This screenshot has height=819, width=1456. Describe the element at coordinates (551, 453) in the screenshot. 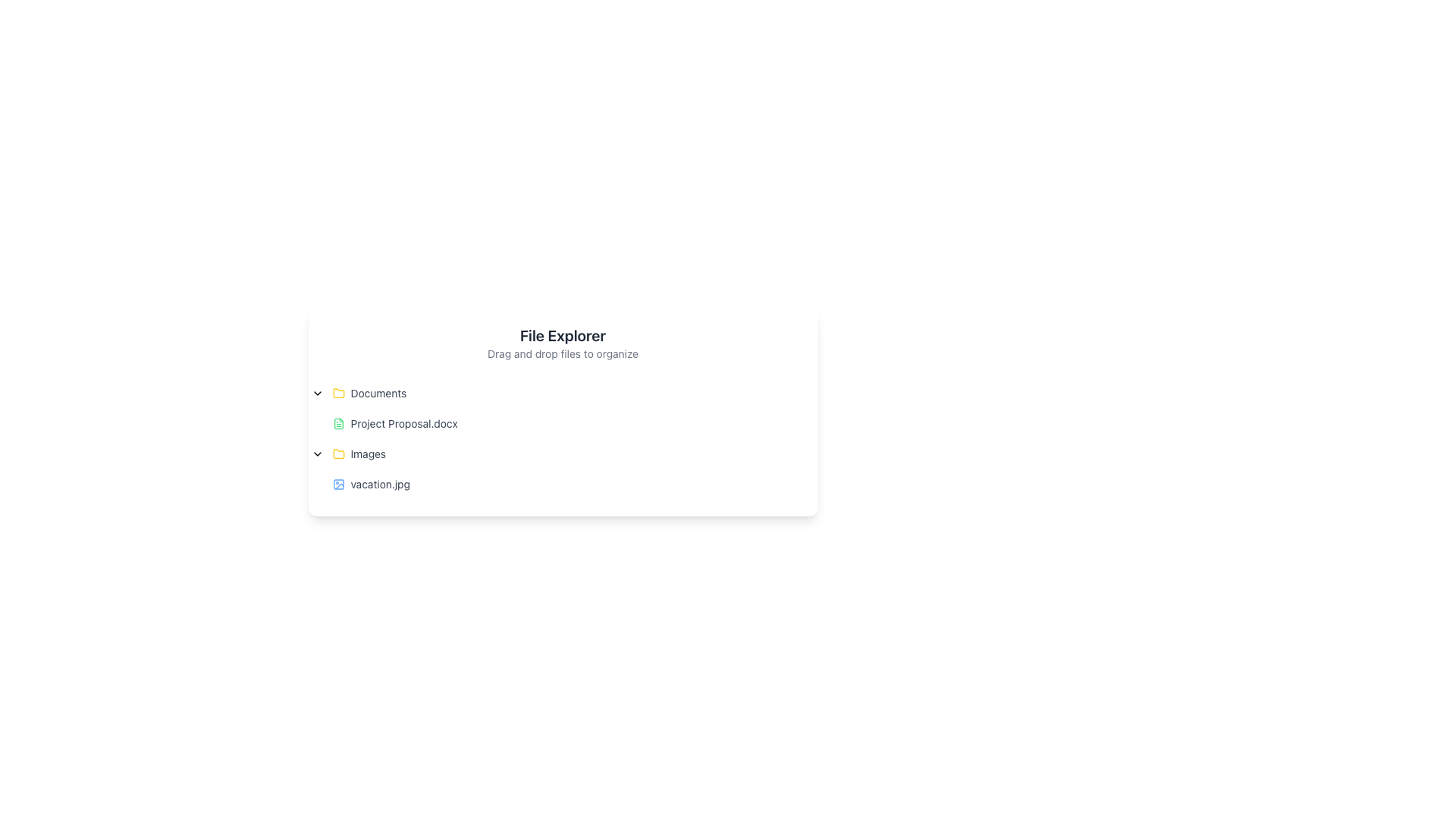

I see `the 'Images' folder in the 'File Explorer' section under the 'Documents' list` at that location.